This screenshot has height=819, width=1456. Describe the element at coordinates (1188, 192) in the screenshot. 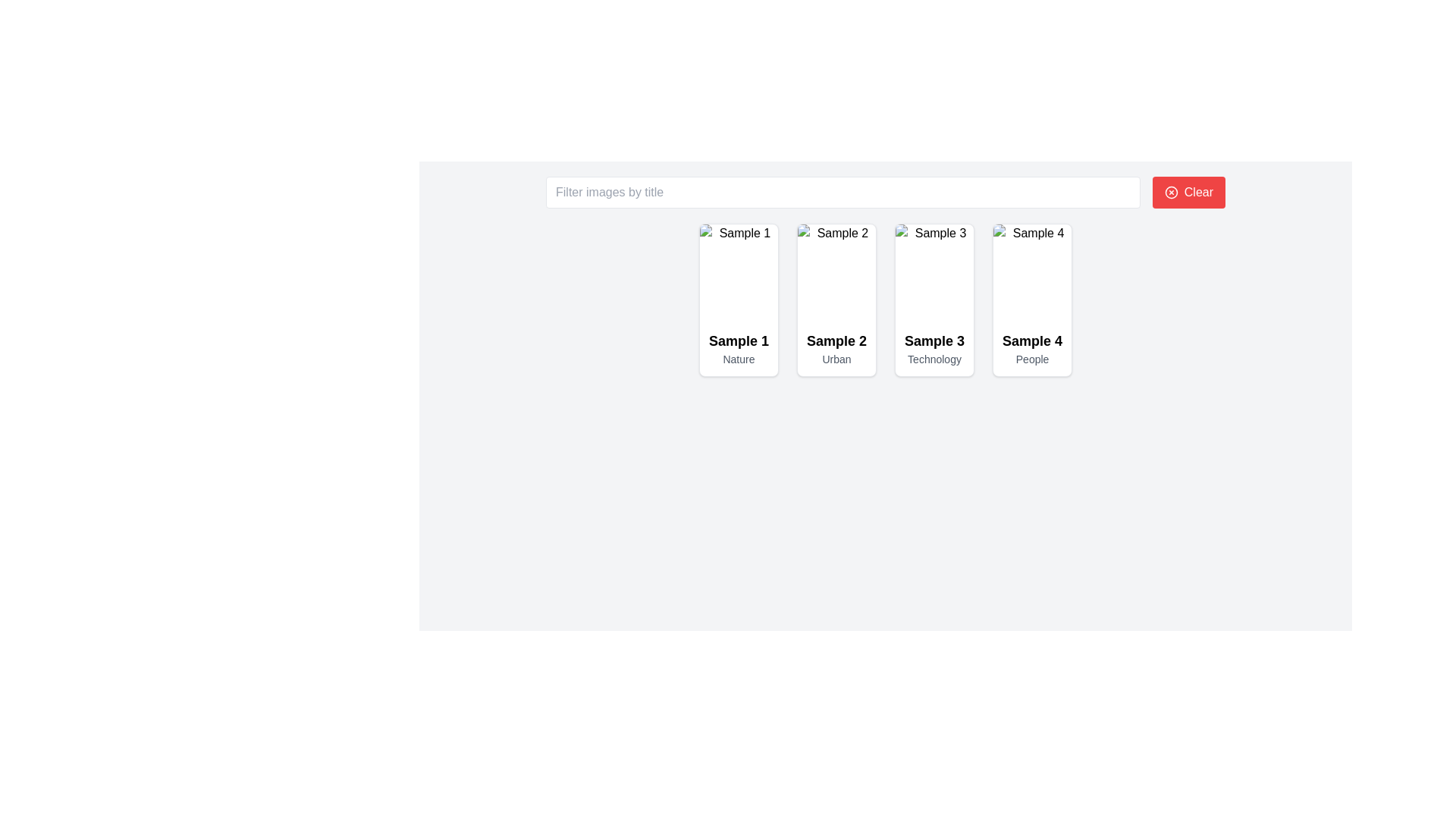

I see `the prominent red 'Clear' button with rounded corners, featuring white text and a circular 'X' icon` at that location.